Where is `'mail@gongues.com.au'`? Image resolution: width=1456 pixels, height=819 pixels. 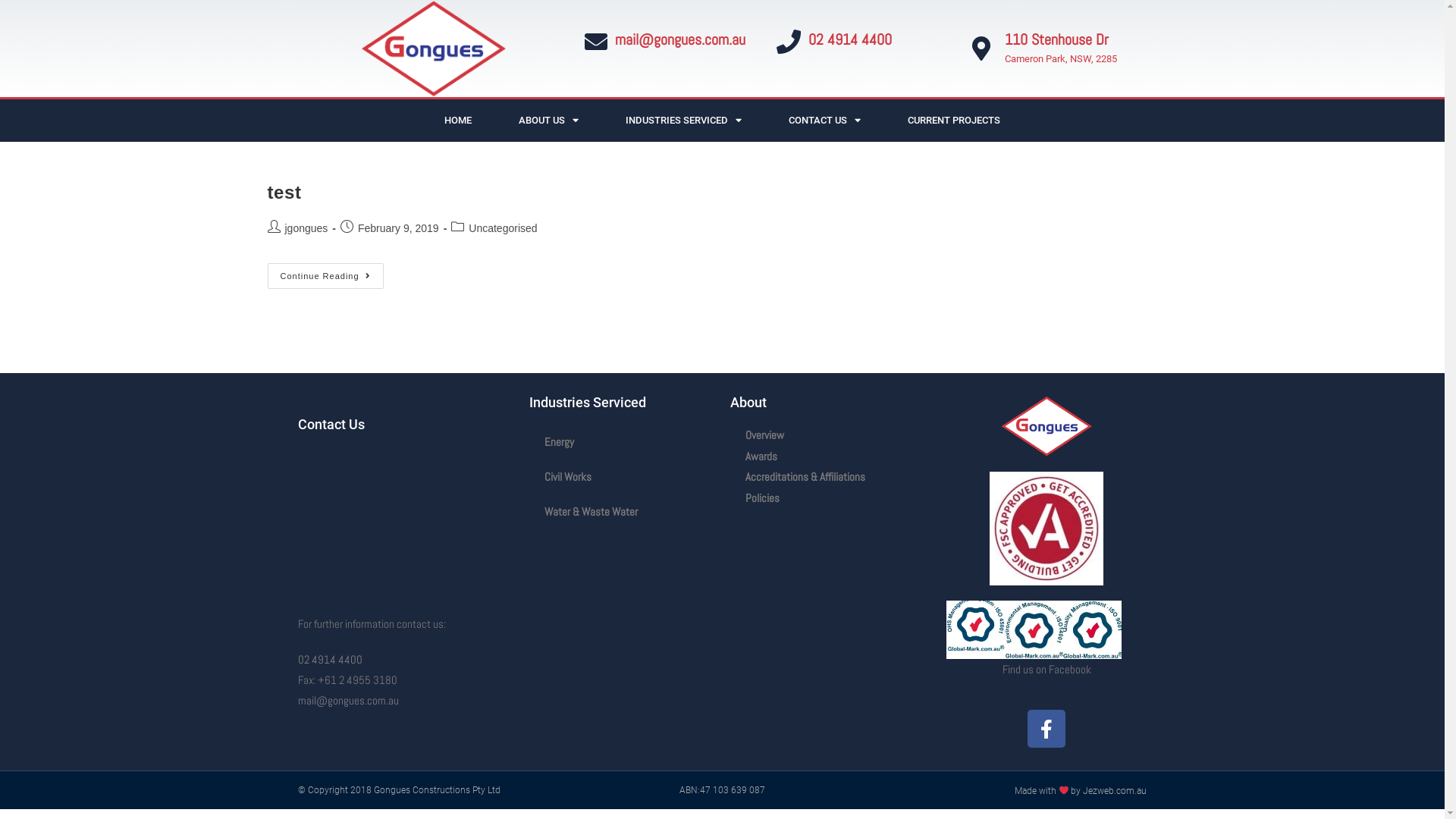
'mail@gongues.com.au' is located at coordinates (679, 38).